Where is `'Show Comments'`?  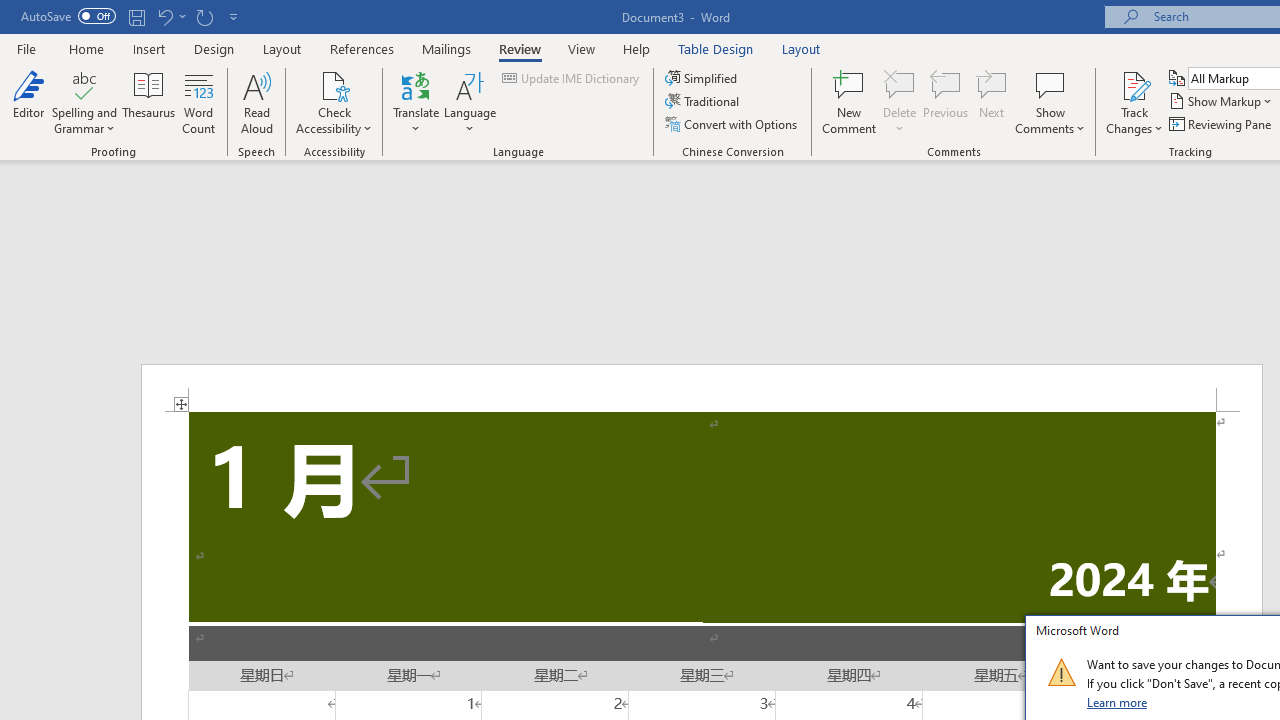
'Show Comments' is located at coordinates (1049, 84).